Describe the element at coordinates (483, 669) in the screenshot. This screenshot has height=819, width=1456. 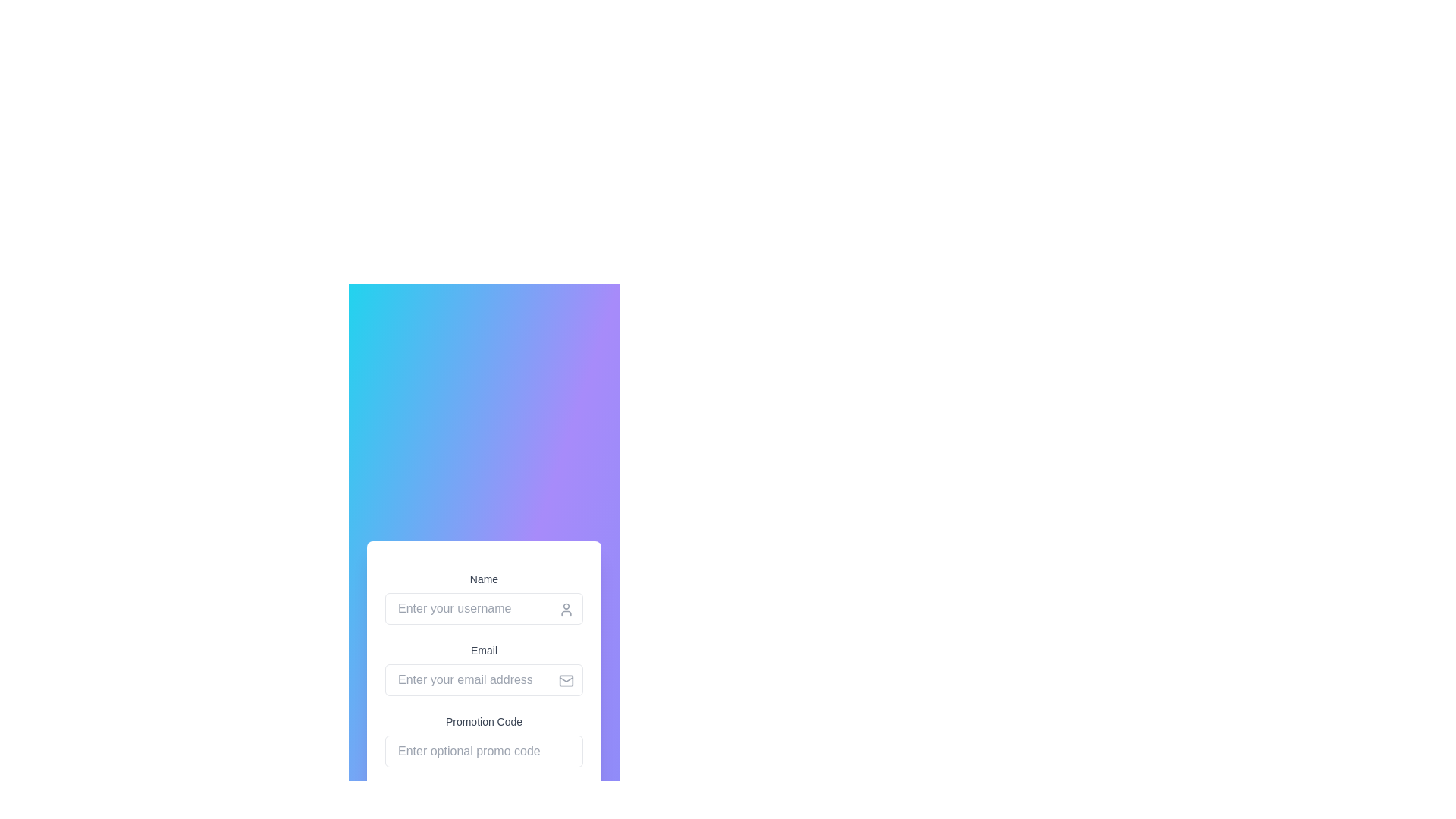
I see `the envelope icon in the email input field, which is positioned below the 'Name' field and above the 'Promotion Code' field` at that location.